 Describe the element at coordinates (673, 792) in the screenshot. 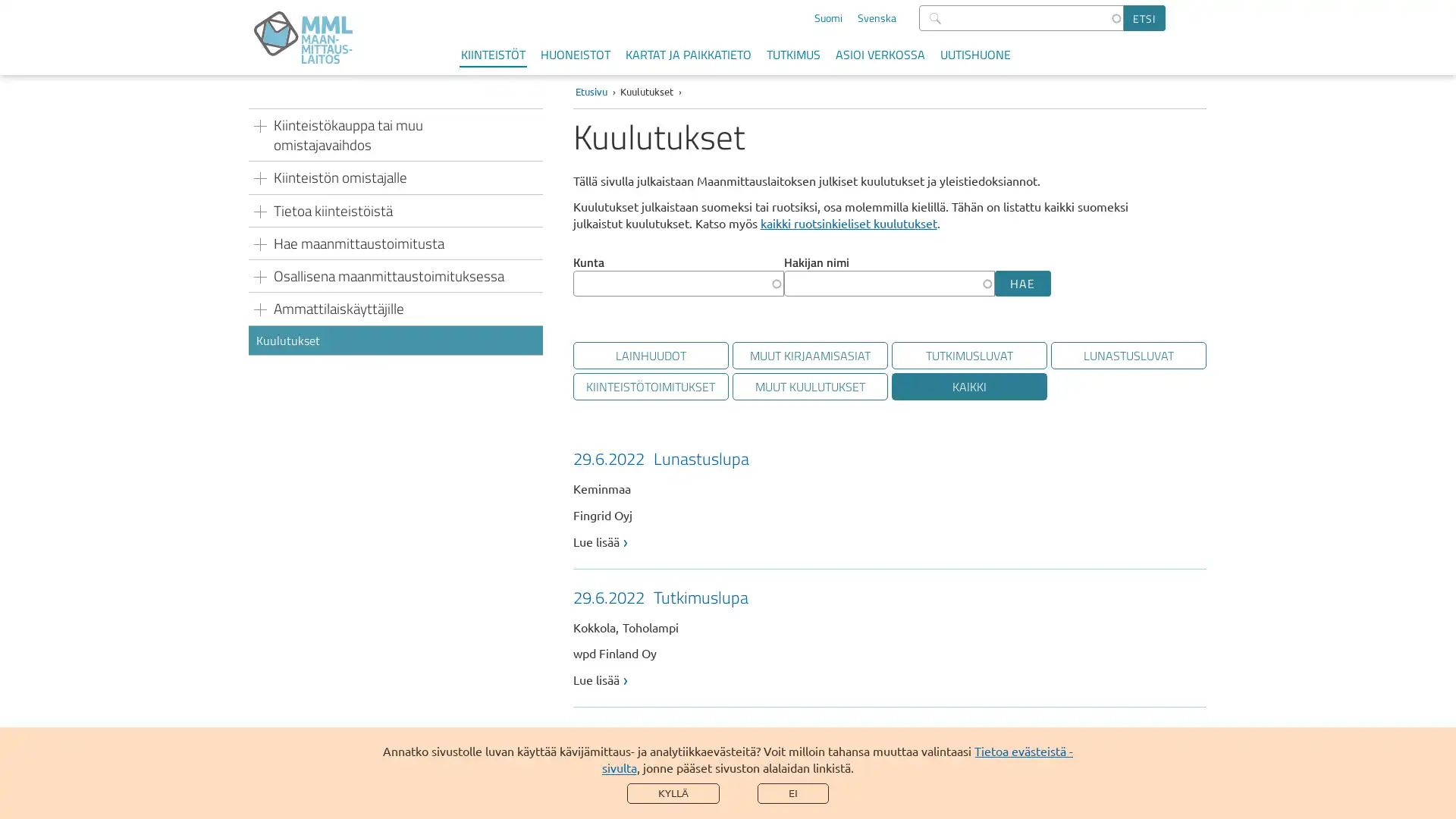

I see `KYLLA` at that location.